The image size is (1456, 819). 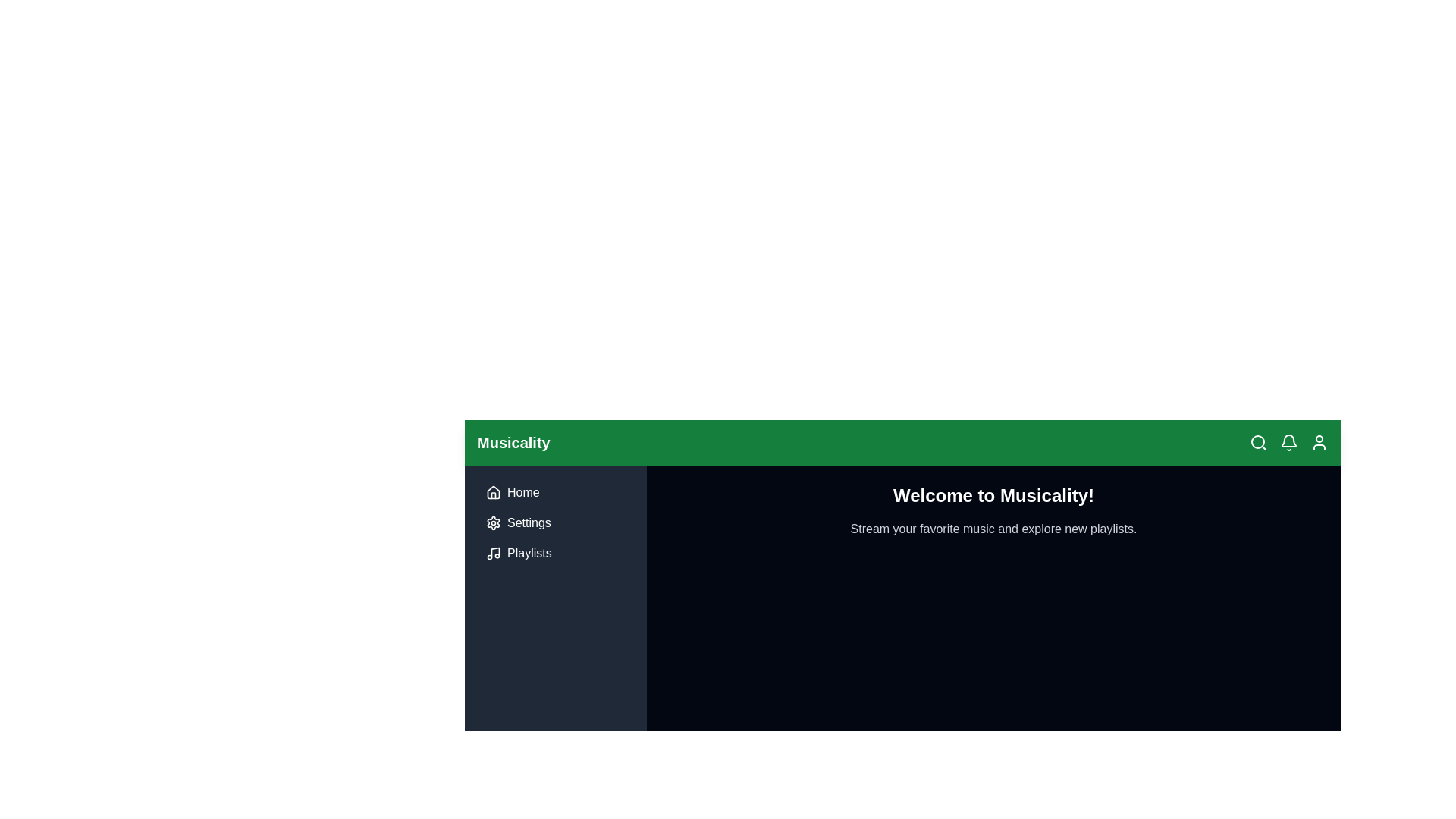 I want to click on the settings icon represented by an outer gear shape located in the upper-left corner of the interface, so click(x=494, y=522).